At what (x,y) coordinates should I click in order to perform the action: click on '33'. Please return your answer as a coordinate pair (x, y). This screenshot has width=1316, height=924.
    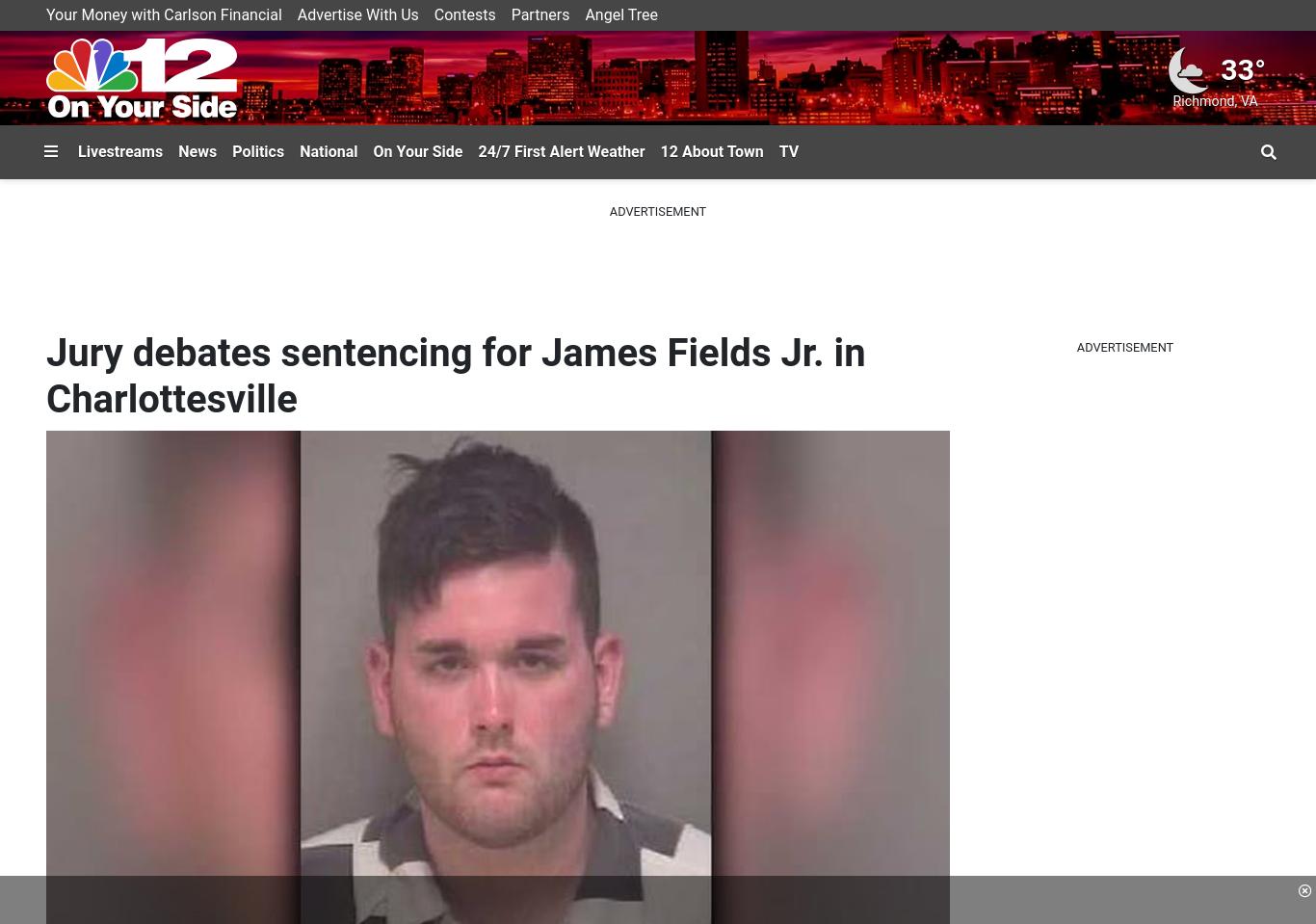
    Looking at the image, I should click on (1236, 68).